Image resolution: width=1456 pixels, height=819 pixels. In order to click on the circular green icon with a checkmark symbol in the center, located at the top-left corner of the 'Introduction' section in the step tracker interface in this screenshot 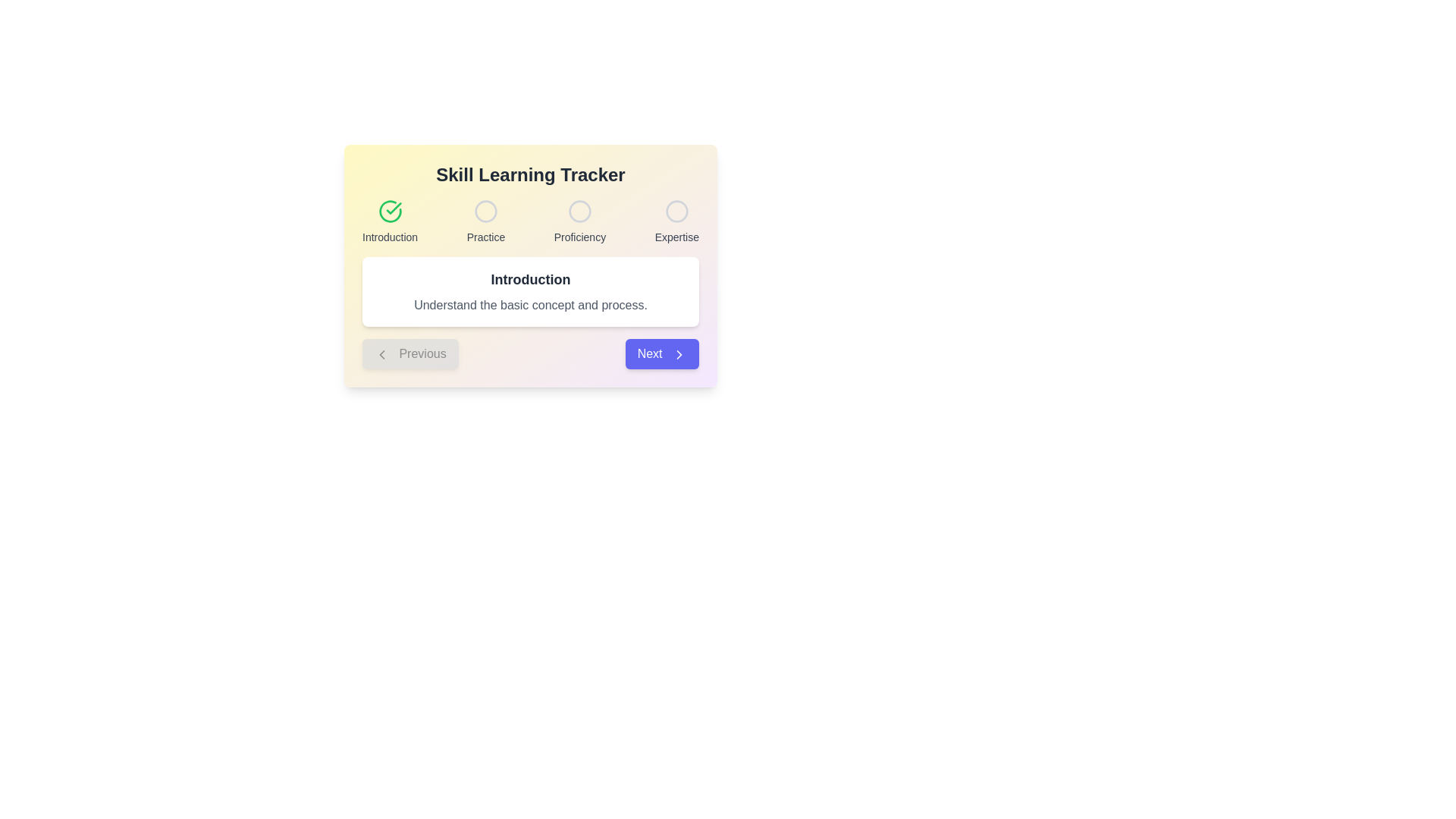, I will do `click(390, 211)`.